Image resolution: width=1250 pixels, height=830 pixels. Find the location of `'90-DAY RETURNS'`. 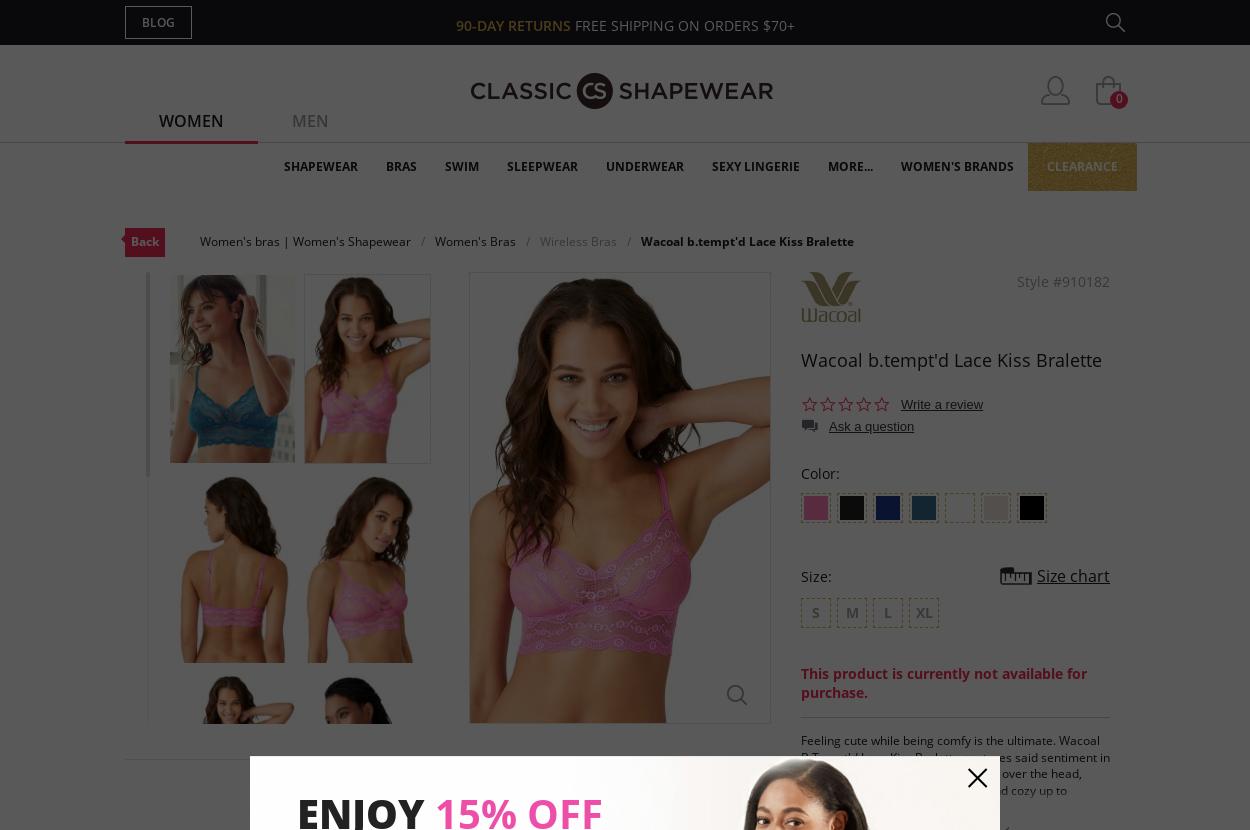

'90-DAY RETURNS' is located at coordinates (514, 25).